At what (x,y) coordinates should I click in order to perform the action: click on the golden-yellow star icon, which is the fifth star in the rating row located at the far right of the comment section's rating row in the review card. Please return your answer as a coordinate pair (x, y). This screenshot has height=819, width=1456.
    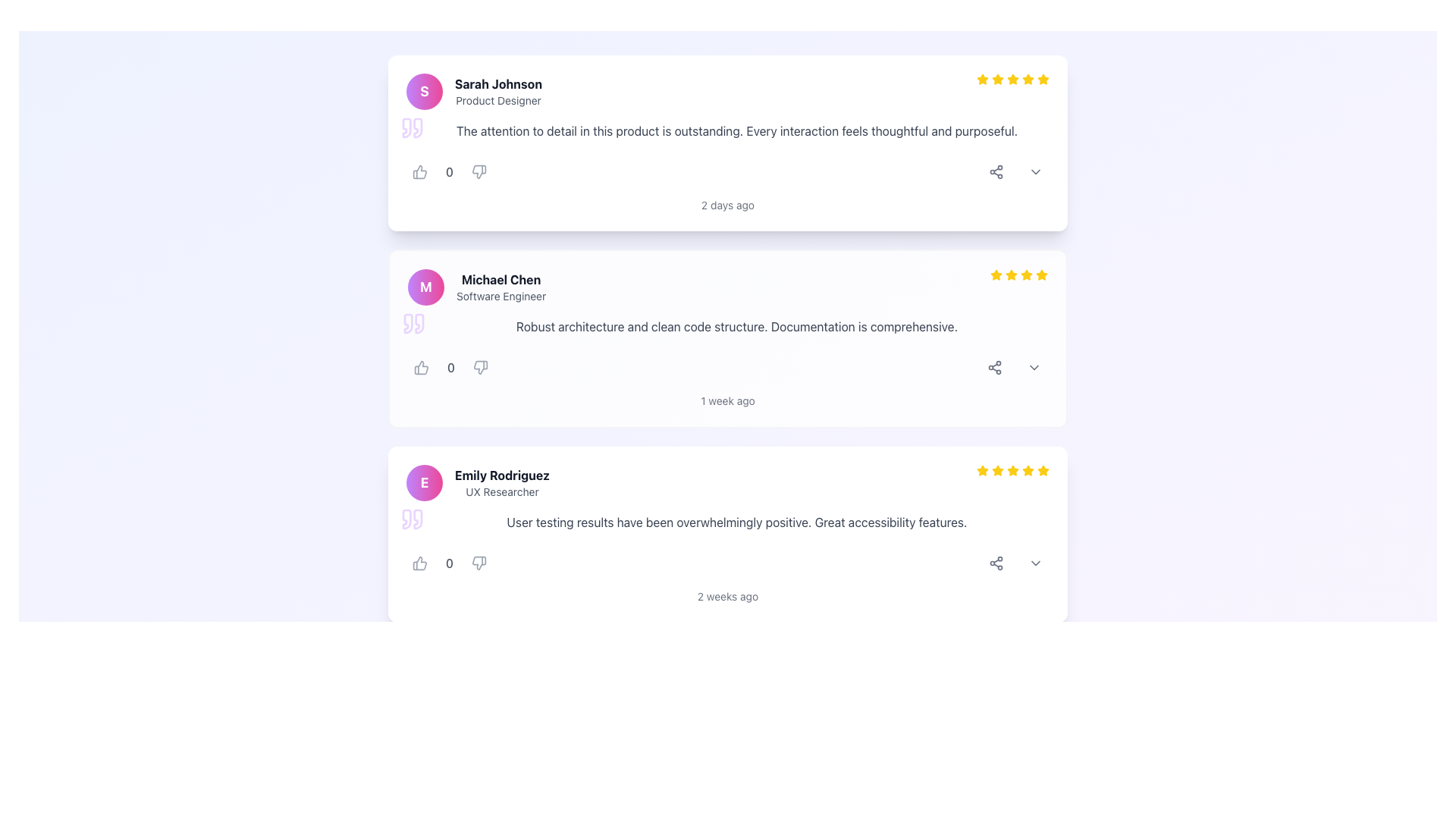
    Looking at the image, I should click on (1043, 470).